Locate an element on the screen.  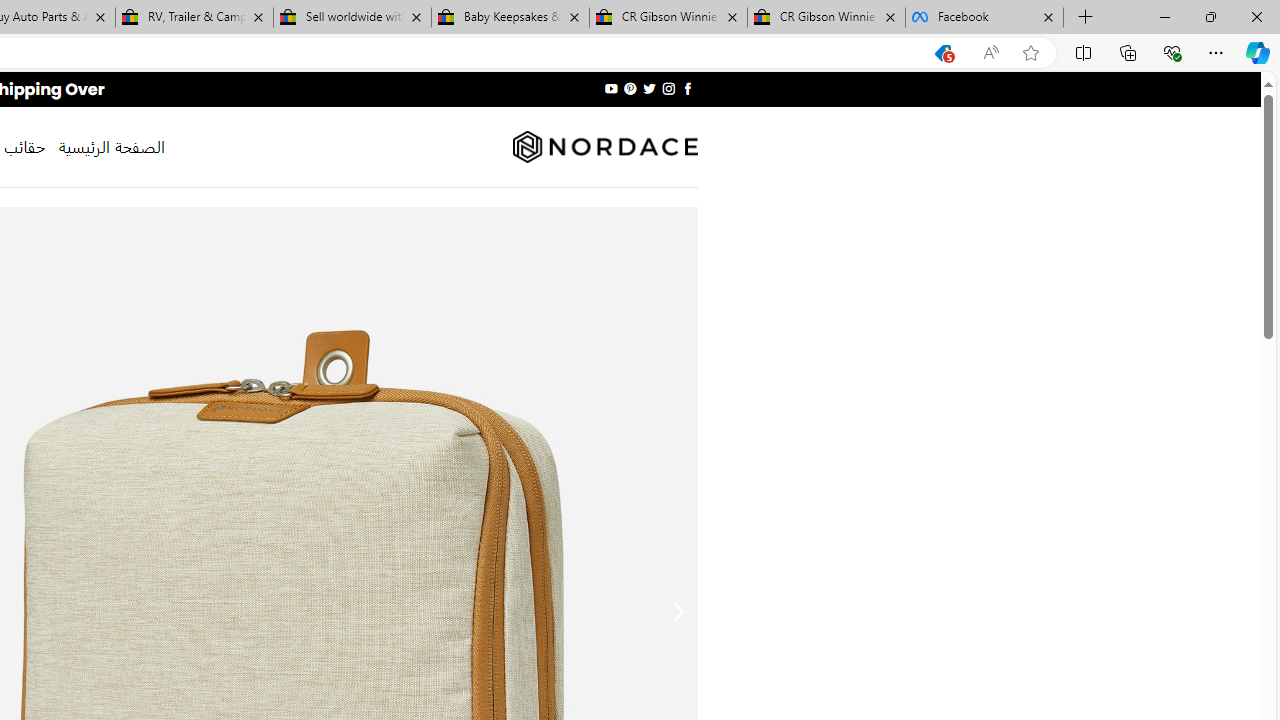
'Read aloud this page (Ctrl+Shift+U)' is located at coordinates (991, 52).